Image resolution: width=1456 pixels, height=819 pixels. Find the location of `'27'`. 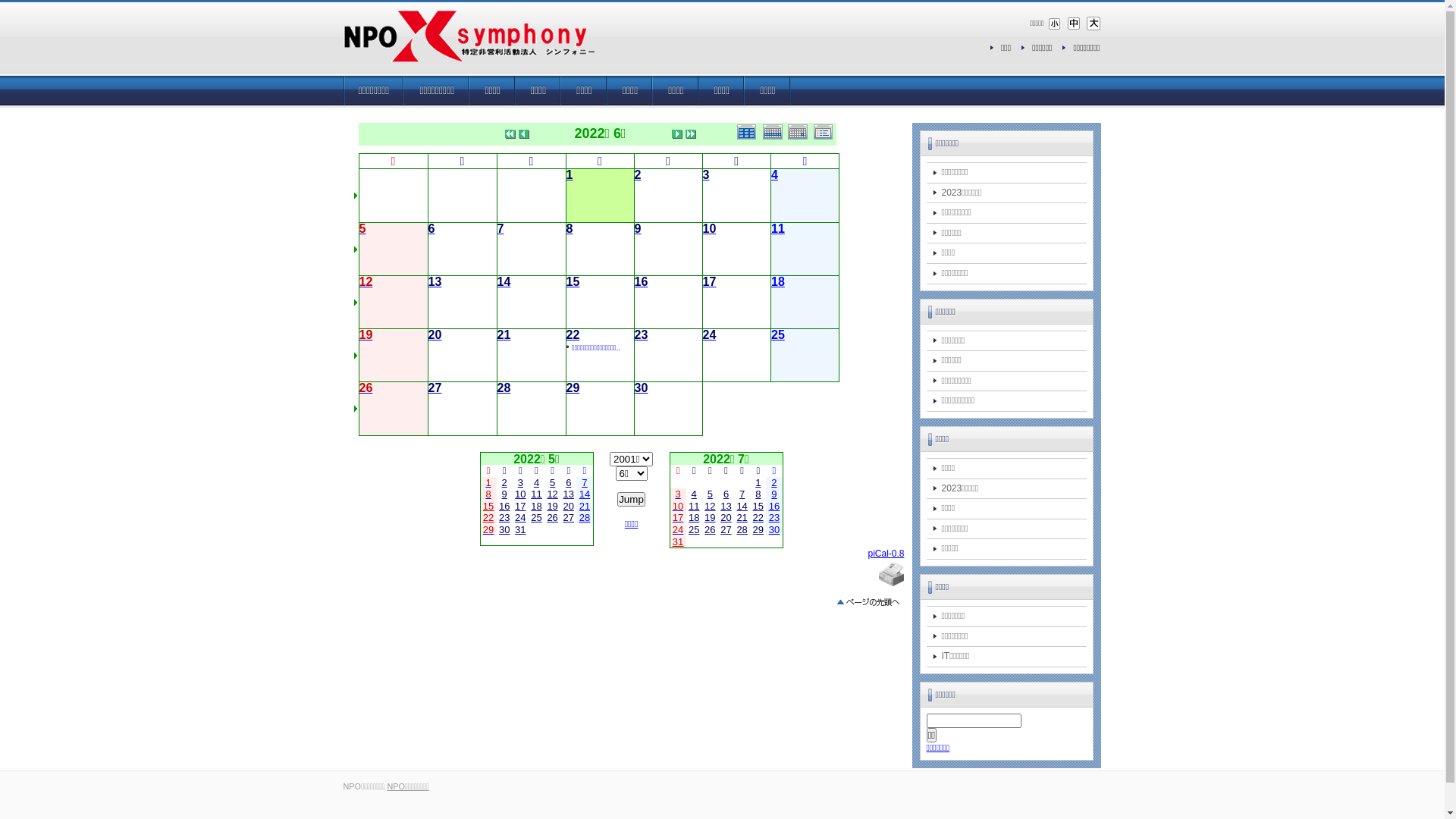

'27' is located at coordinates (567, 516).